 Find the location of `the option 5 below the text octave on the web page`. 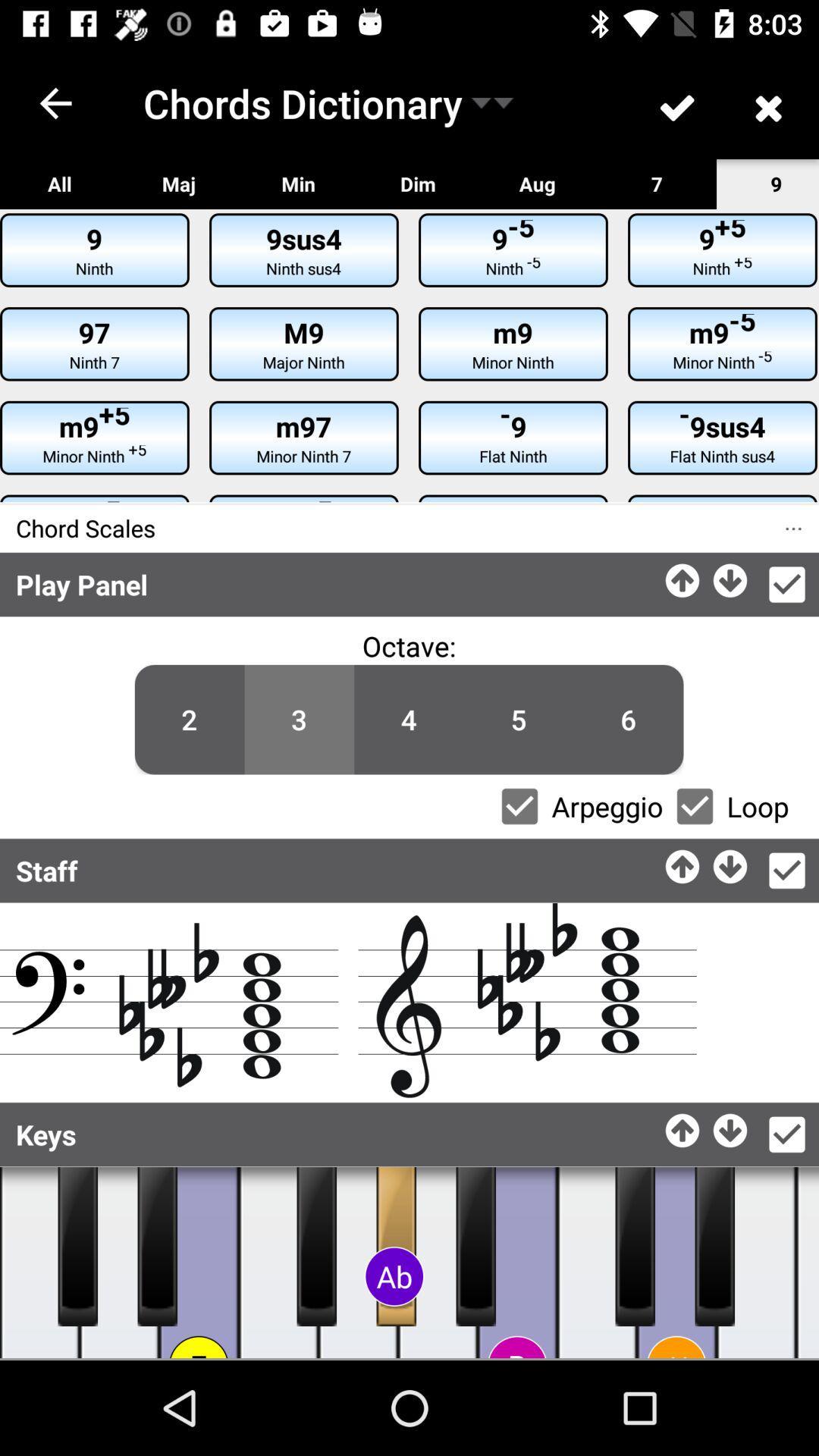

the option 5 below the text octave on the web page is located at coordinates (518, 719).